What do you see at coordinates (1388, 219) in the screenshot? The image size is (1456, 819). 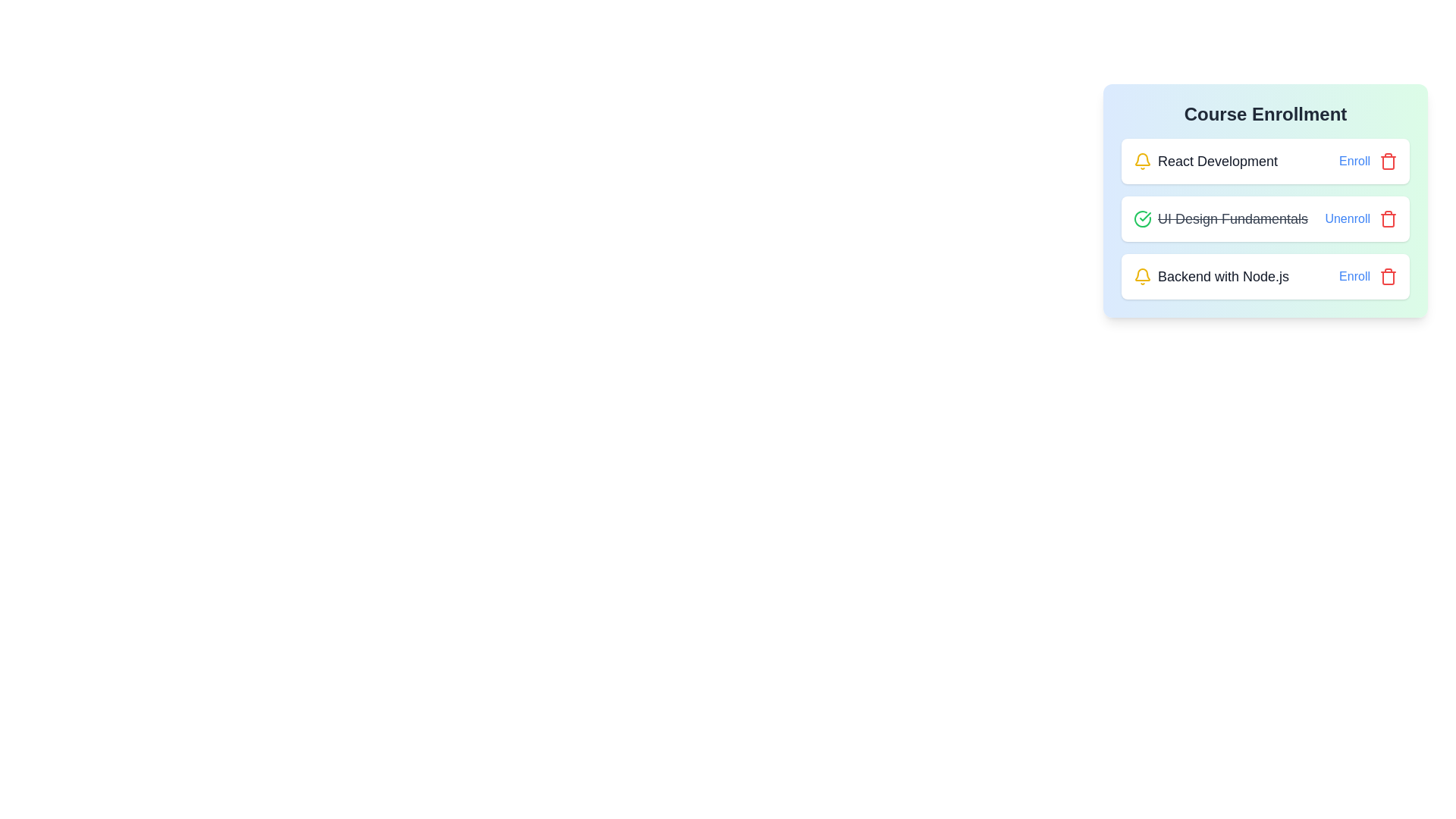 I see `the remove button for the course UI Design Fundamentals` at bounding box center [1388, 219].